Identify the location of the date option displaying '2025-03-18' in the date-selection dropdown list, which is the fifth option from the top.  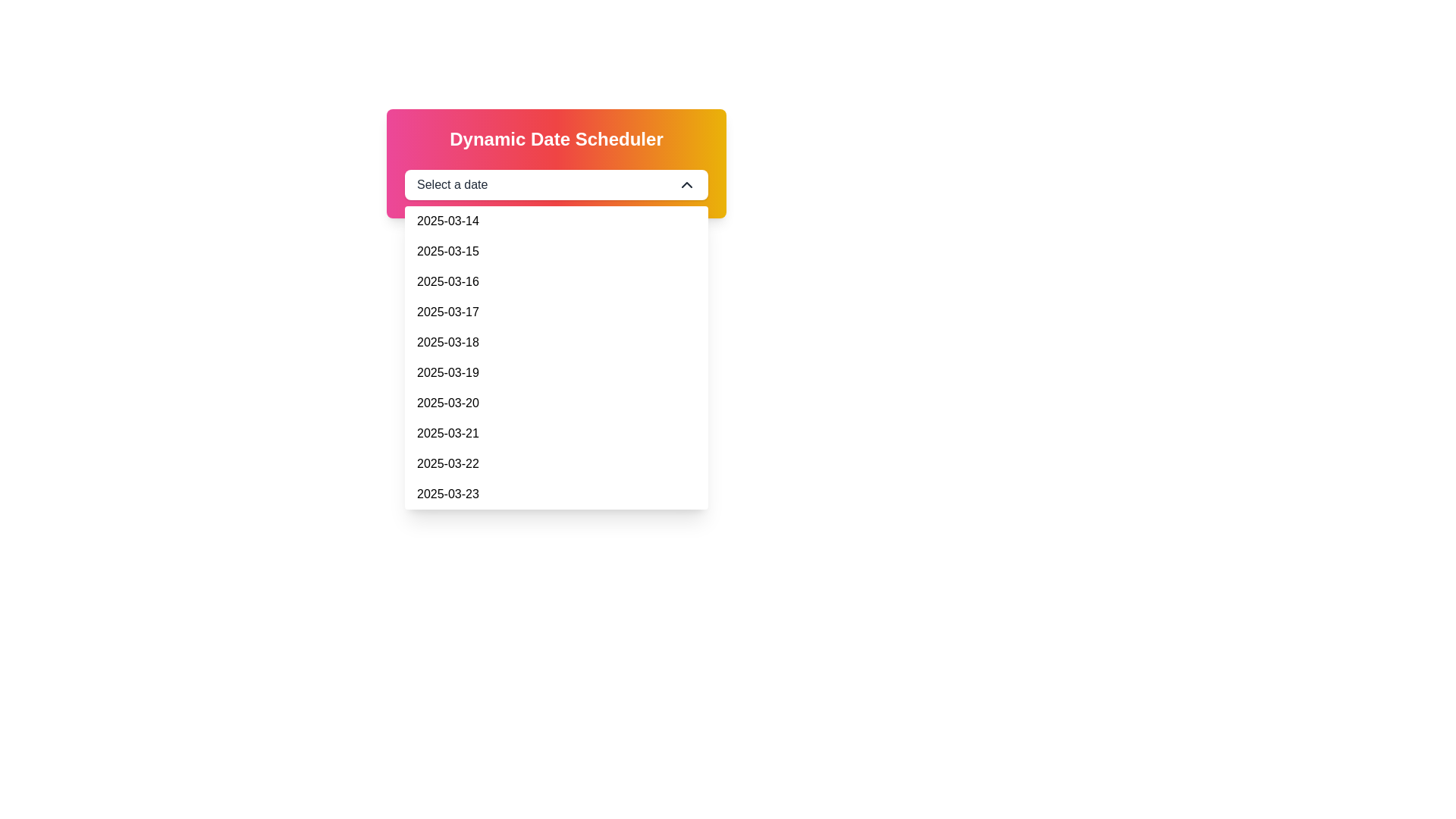
(447, 342).